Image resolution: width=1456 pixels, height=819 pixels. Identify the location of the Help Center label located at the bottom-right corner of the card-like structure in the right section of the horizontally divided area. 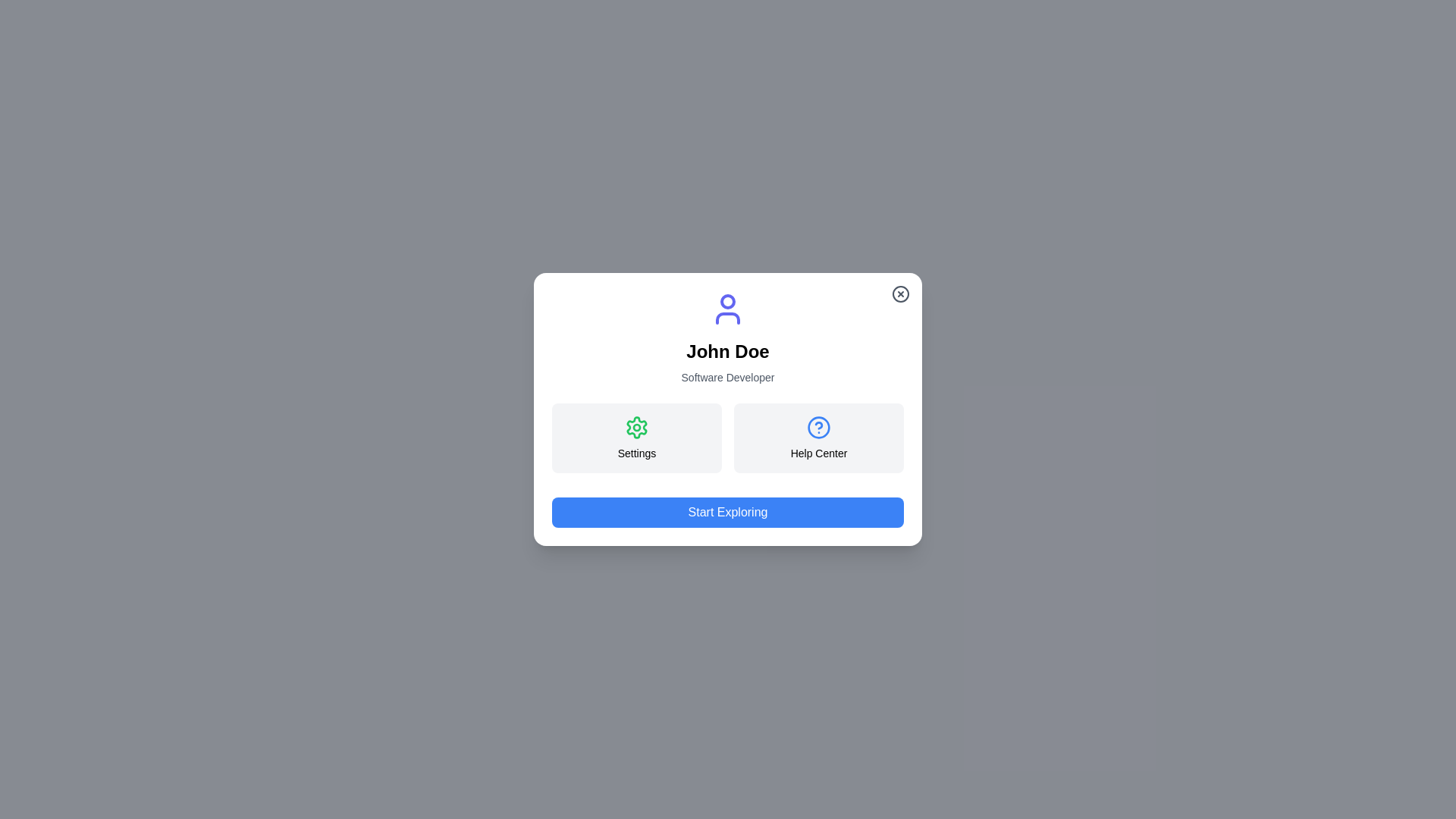
(818, 452).